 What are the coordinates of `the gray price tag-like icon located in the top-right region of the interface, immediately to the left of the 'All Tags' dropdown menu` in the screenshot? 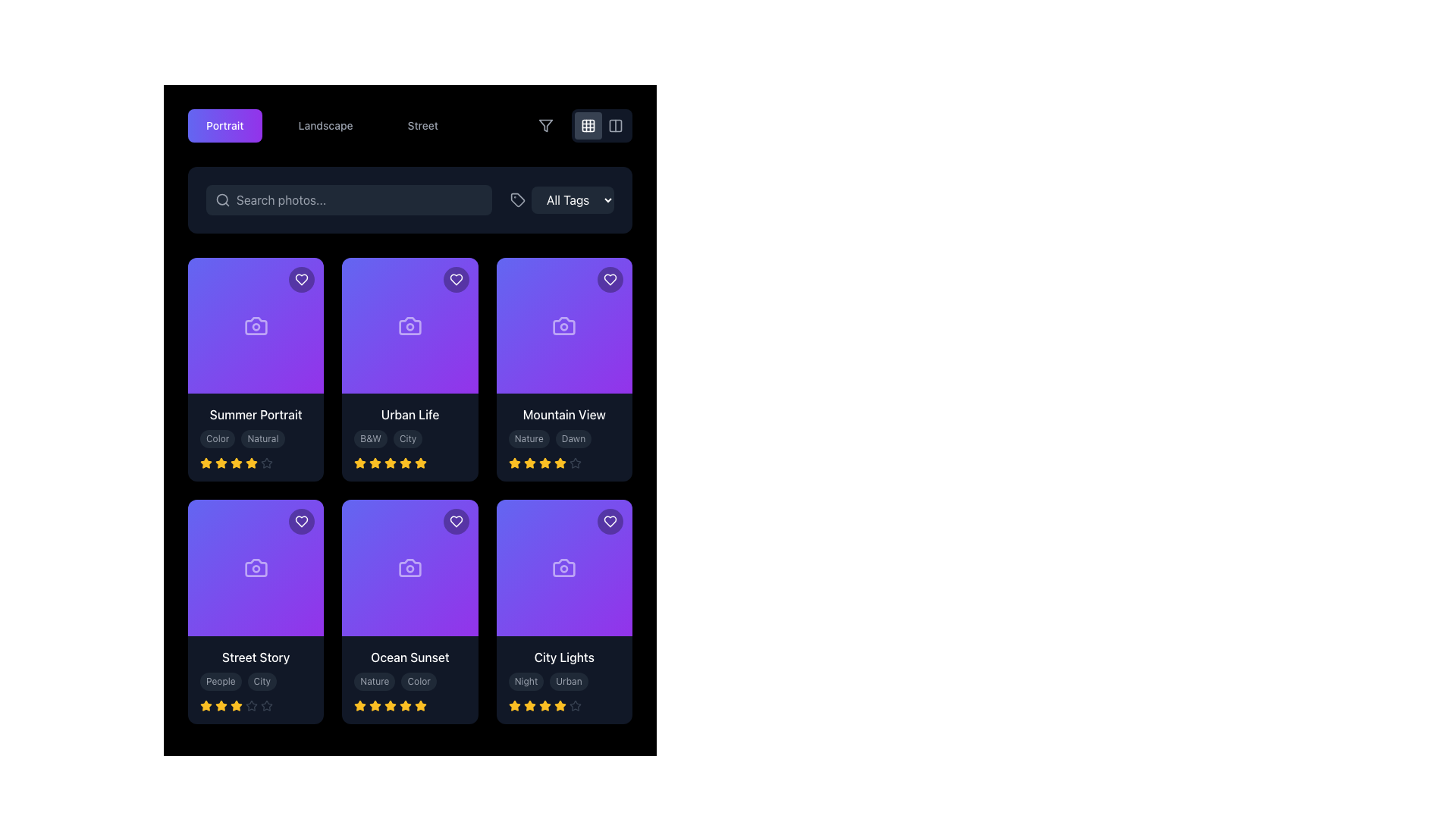 It's located at (517, 199).